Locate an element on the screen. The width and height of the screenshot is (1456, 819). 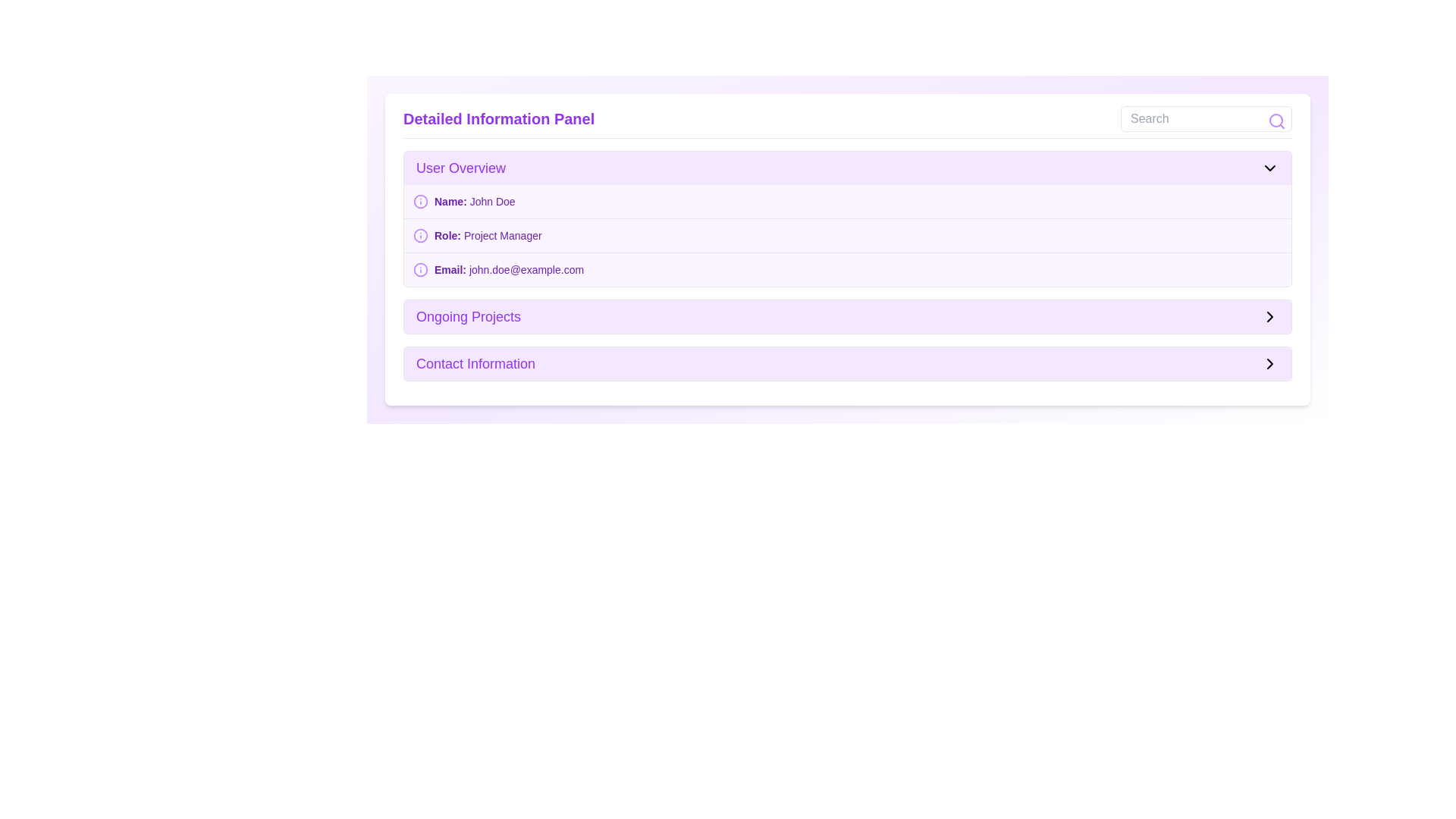
the small circular icon with a purple outline located to the left of 'Name: John Doe' in the 'User Overview' section of the 'Detailed Information Panel' is located at coordinates (421, 201).